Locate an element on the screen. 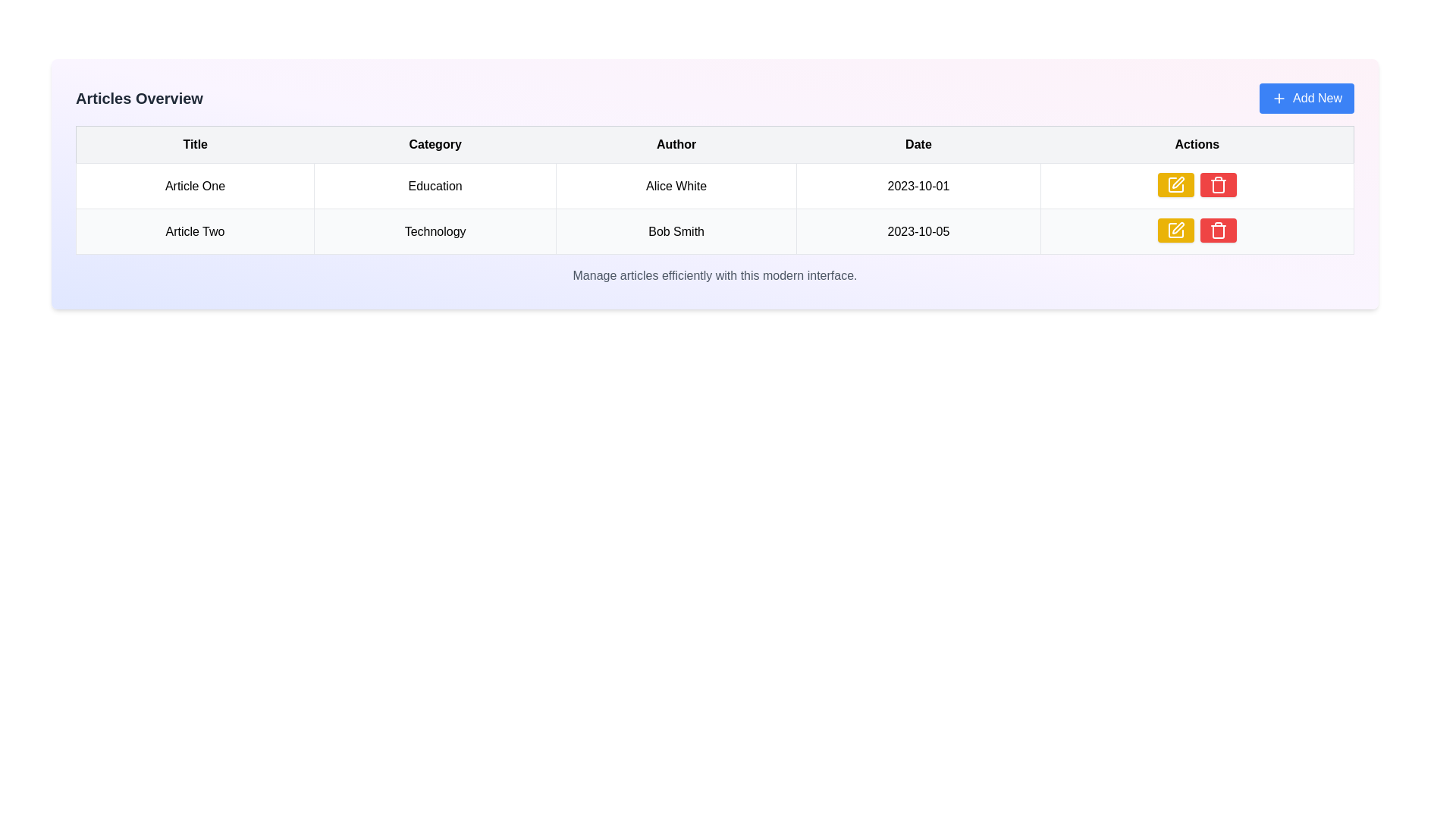 The width and height of the screenshot is (1456, 819). the 'Delete' button located in the 'Actions' column of the second row in the table is located at coordinates (1219, 231).